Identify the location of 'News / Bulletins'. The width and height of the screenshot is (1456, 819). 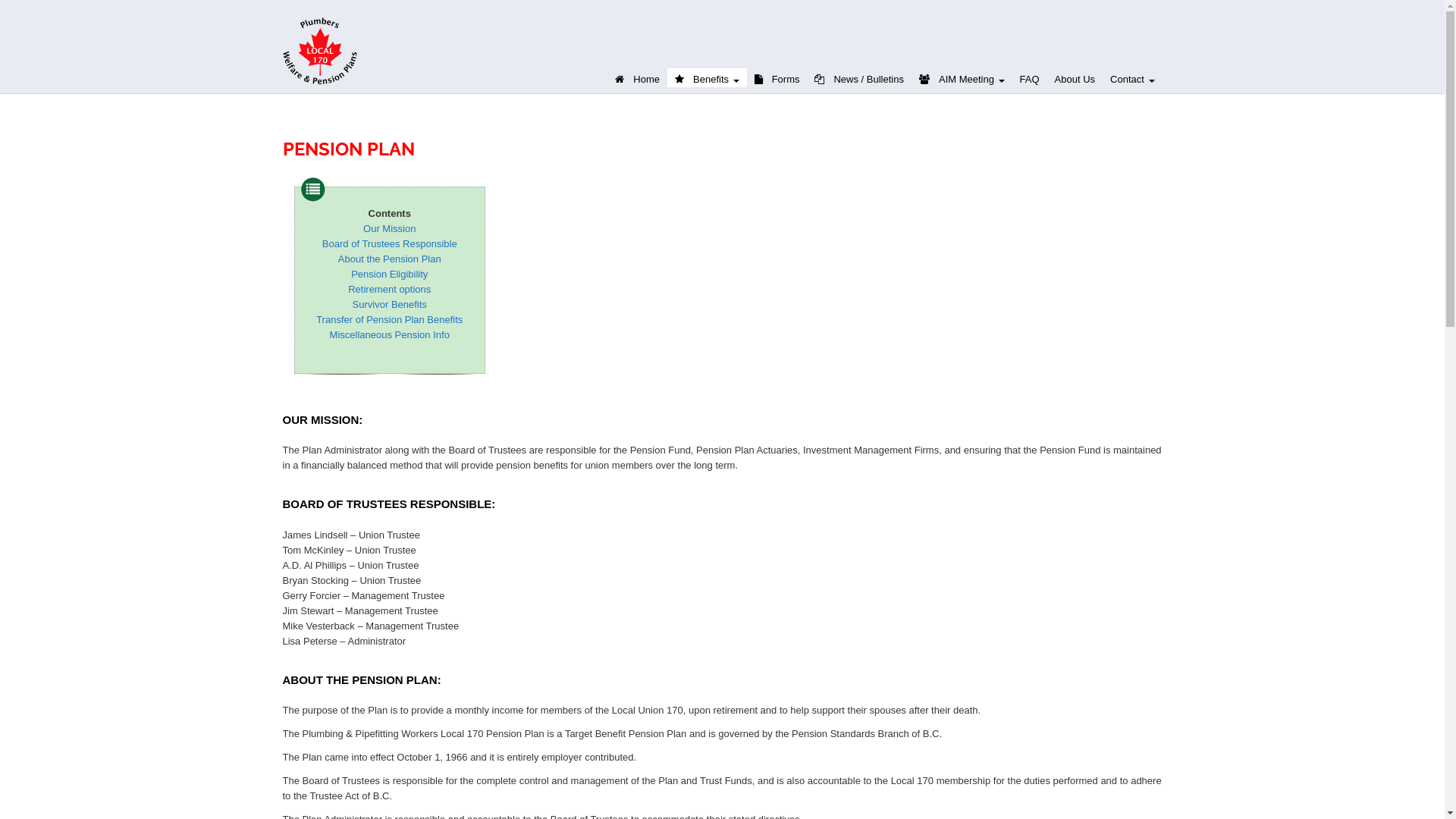
(858, 77).